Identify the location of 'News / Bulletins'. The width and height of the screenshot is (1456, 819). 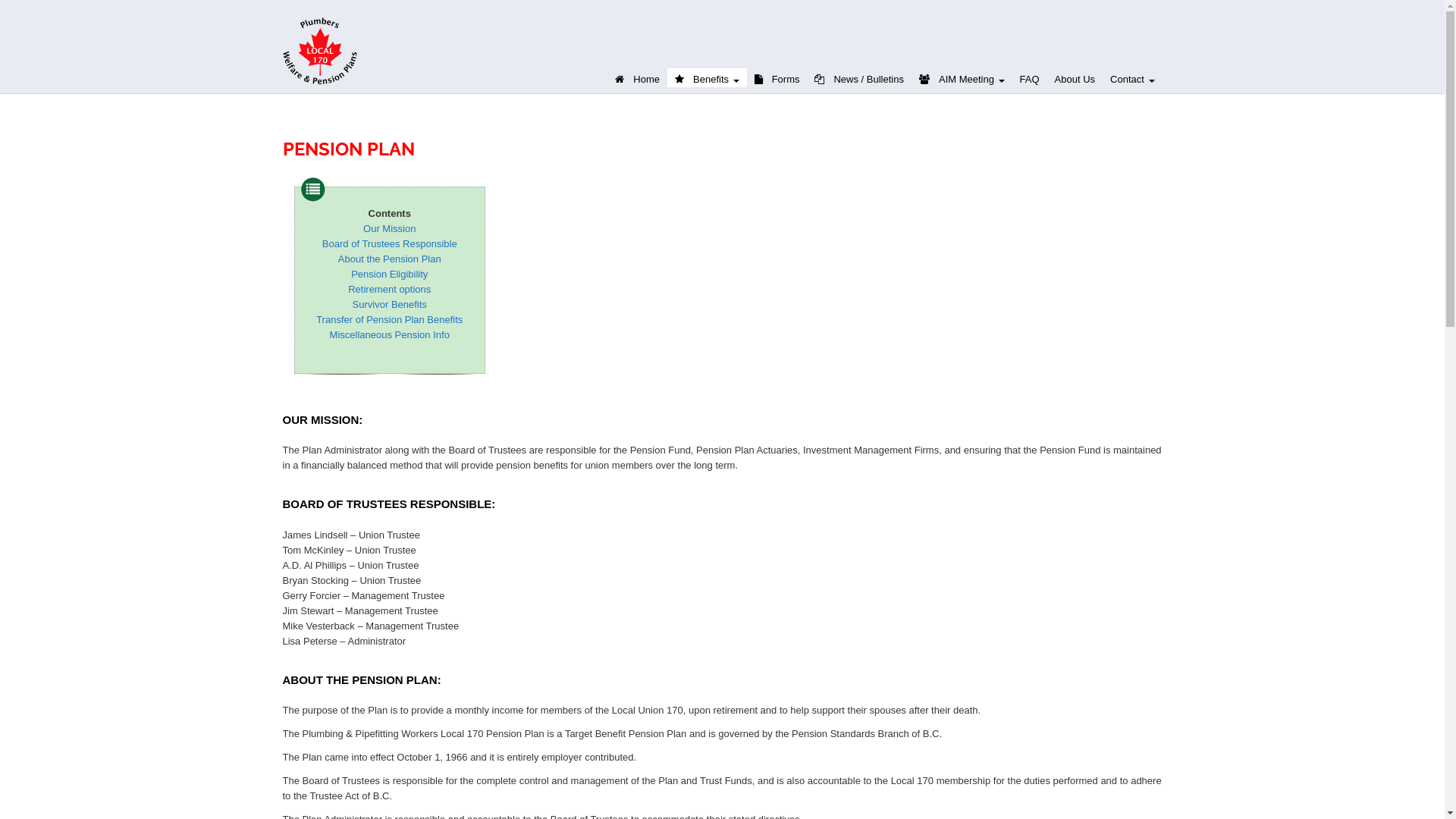
(858, 77).